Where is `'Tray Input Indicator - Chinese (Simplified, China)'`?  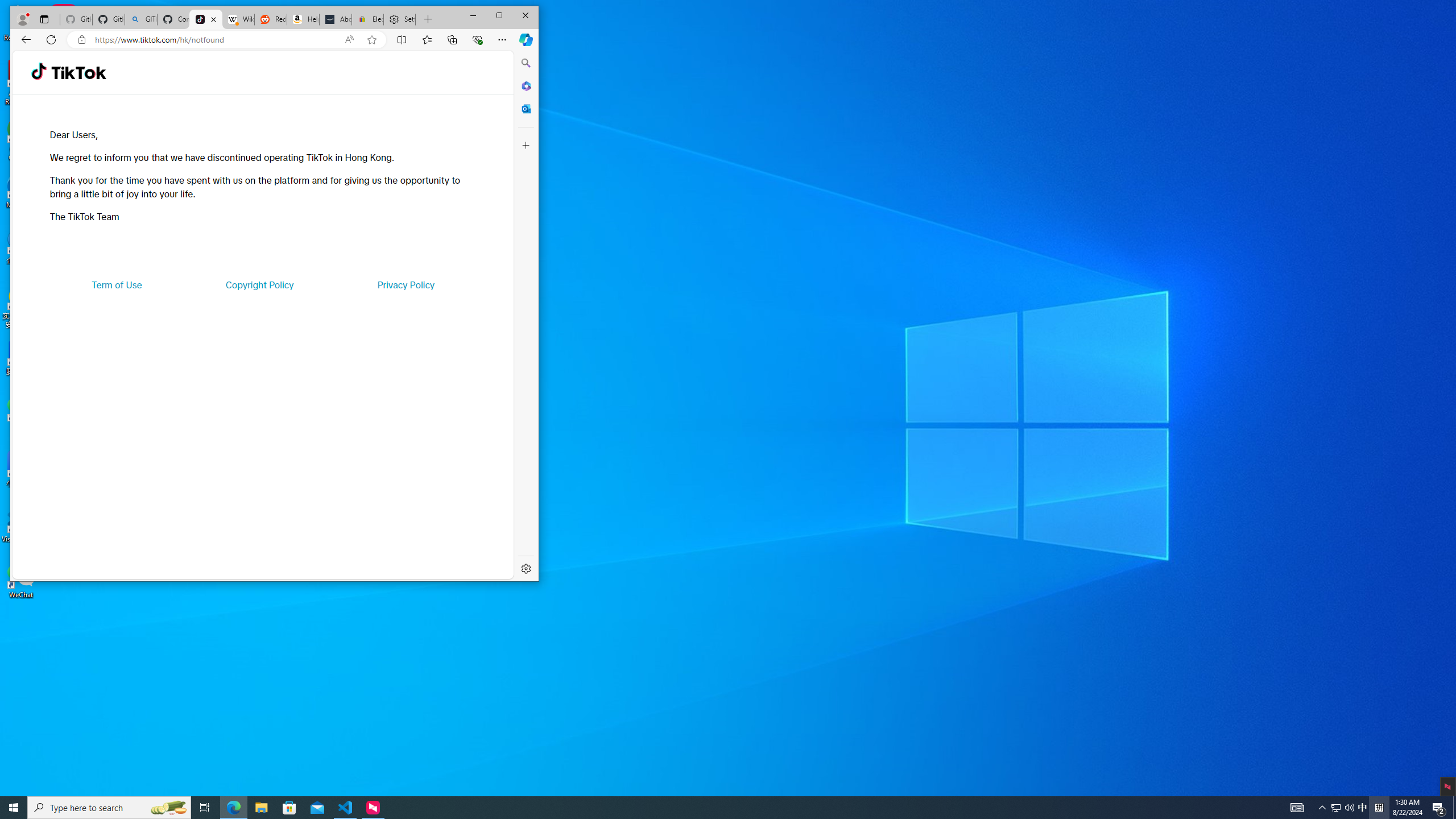
'Tray Input Indicator - Chinese (Simplified, China)' is located at coordinates (1379, 806).